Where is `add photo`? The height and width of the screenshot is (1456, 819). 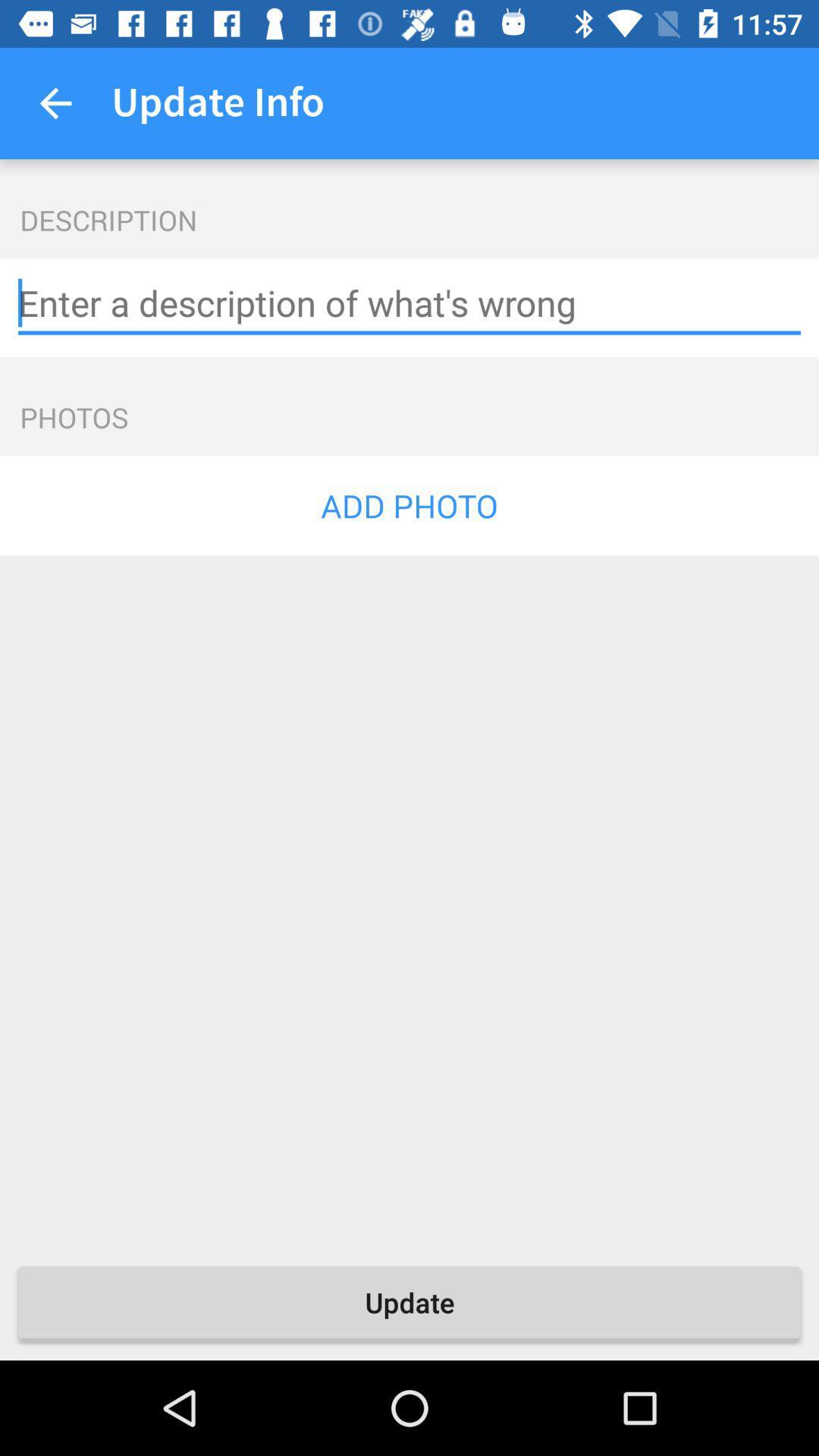 add photo is located at coordinates (409, 506).